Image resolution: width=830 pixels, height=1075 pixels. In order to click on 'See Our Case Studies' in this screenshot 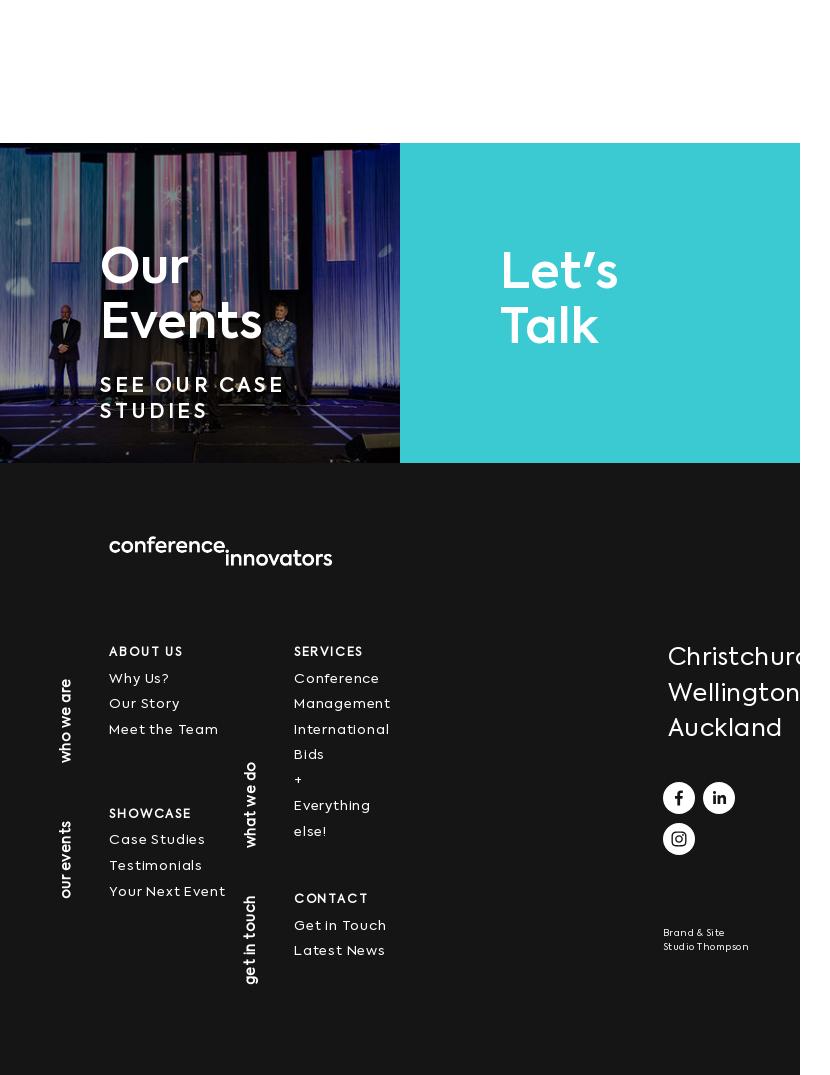, I will do `click(191, 398)`.